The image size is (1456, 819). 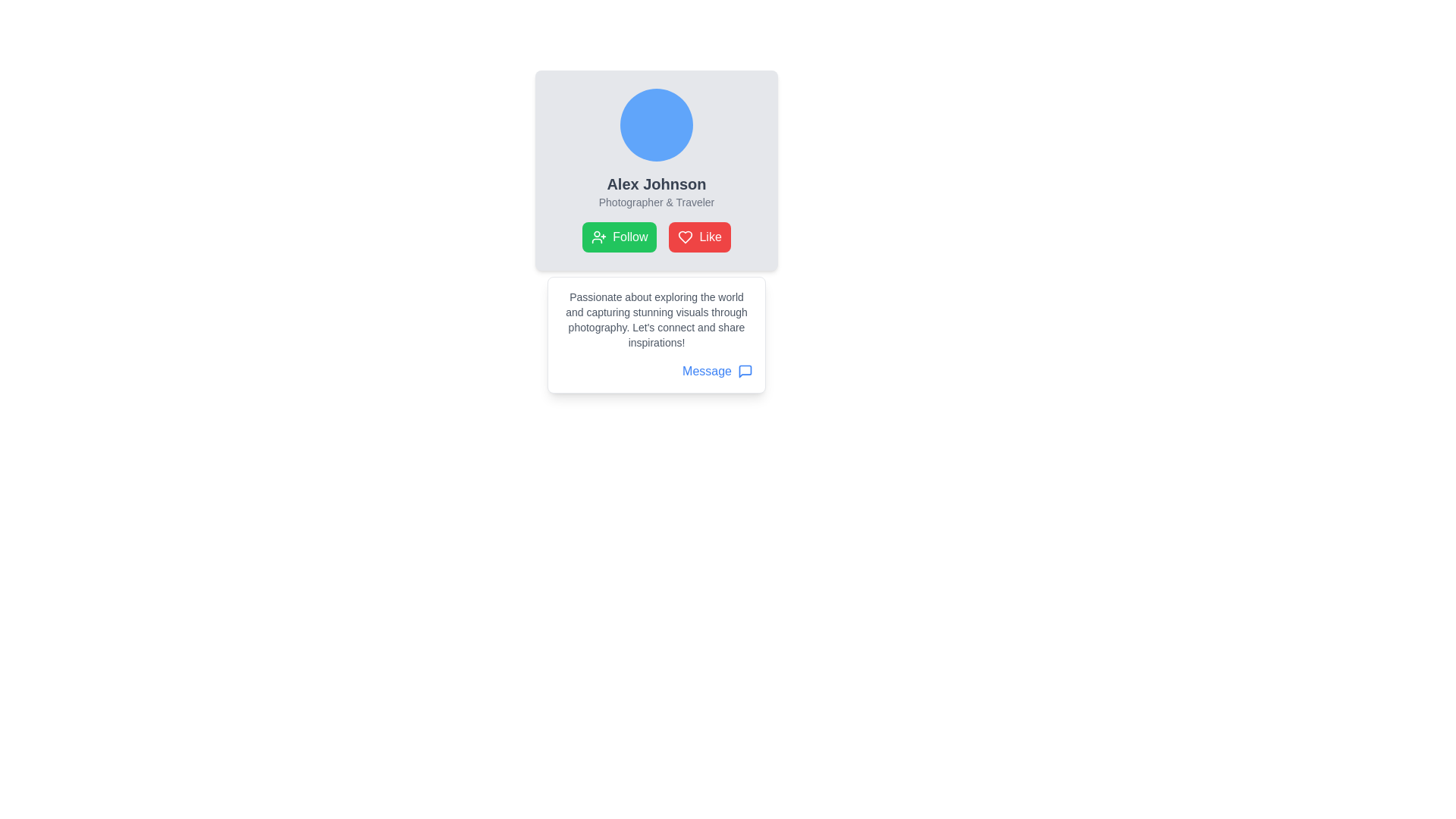 What do you see at coordinates (656, 237) in the screenshot?
I see `the green 'Follow' button in the group of interactive buttons located below the profile name and description` at bounding box center [656, 237].